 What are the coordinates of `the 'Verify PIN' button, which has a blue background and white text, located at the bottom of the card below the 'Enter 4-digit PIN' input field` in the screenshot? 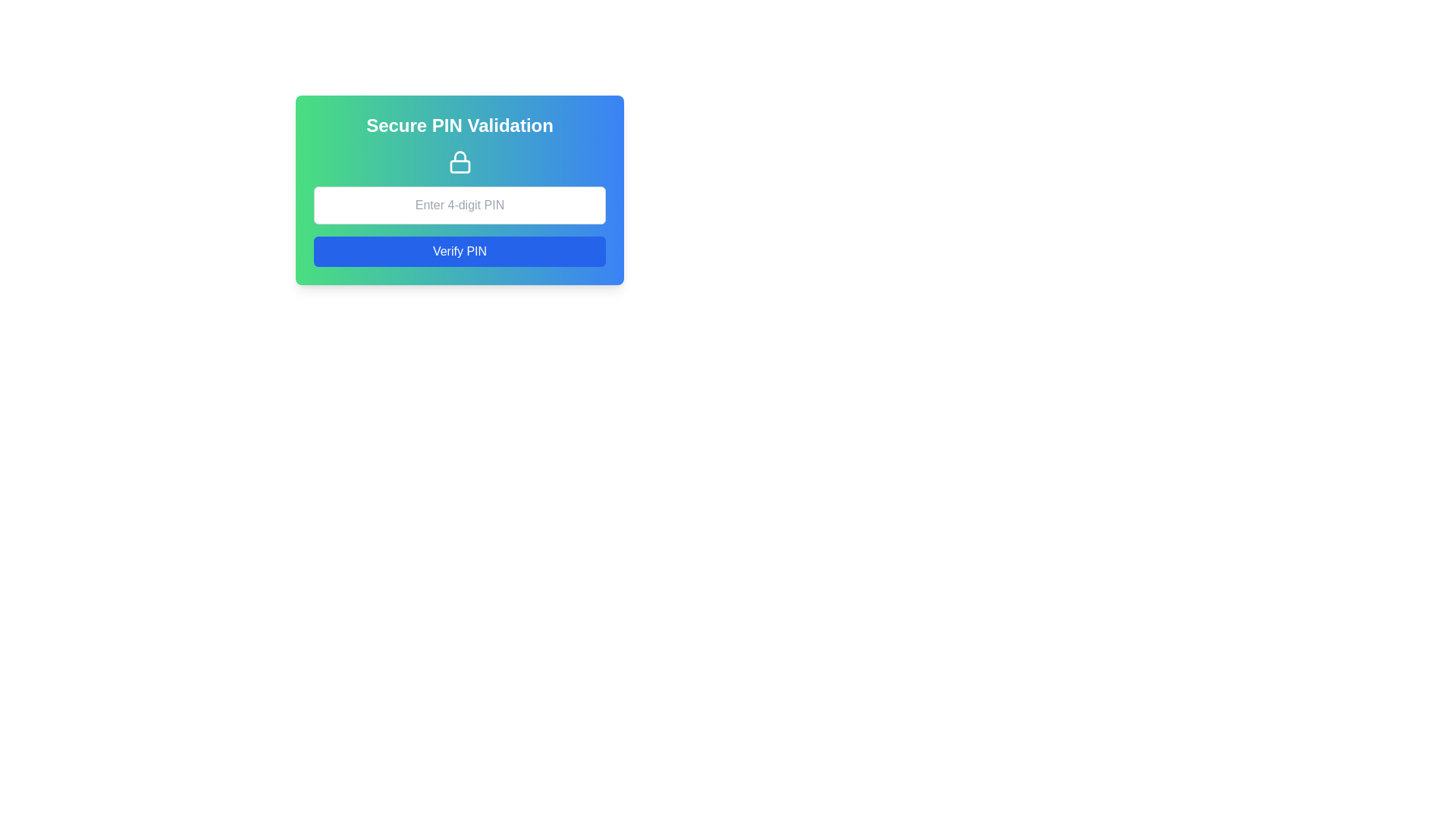 It's located at (459, 250).